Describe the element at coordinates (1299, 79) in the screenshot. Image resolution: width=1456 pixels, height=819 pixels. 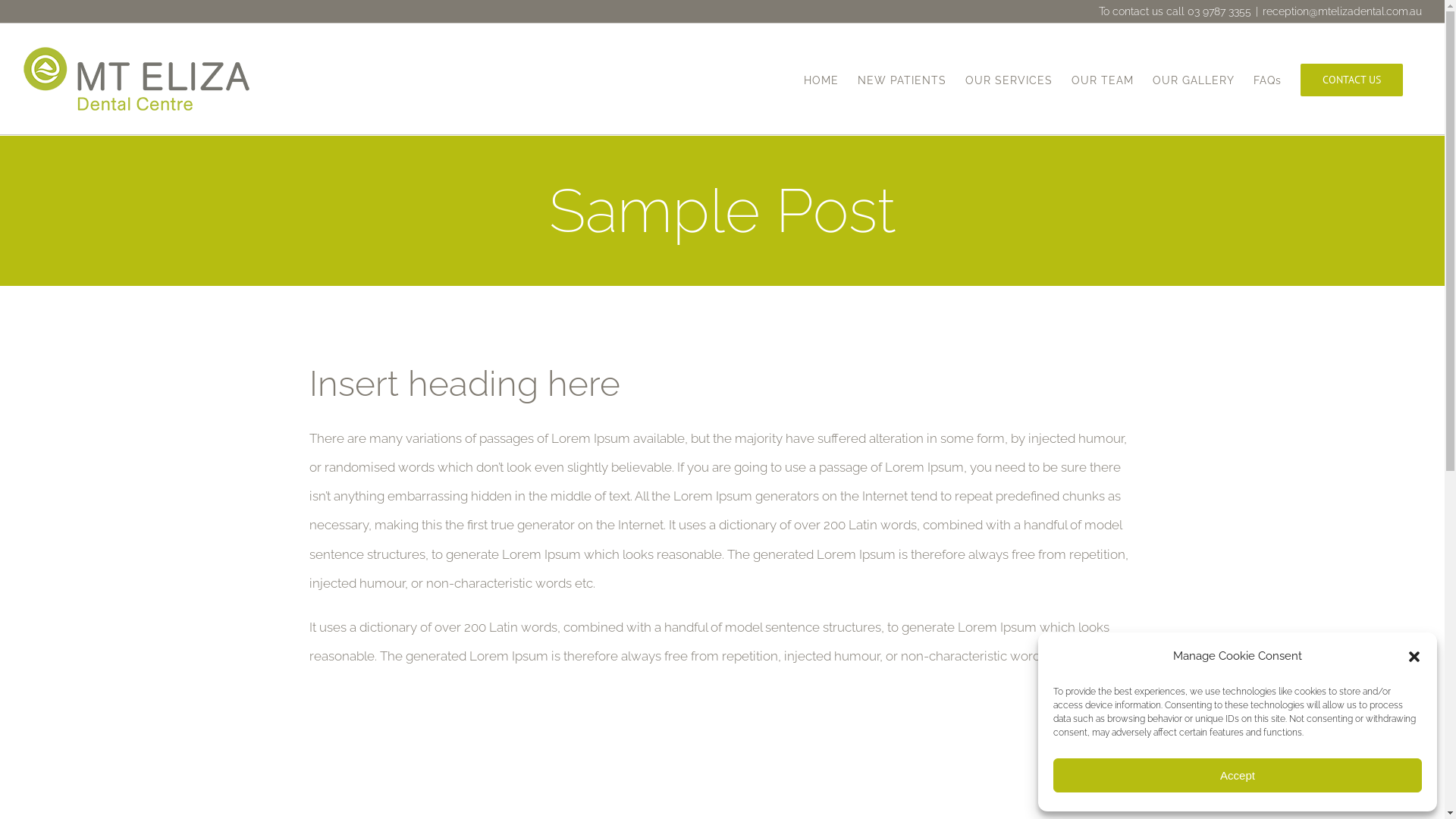
I see `'CONTACT US'` at that location.